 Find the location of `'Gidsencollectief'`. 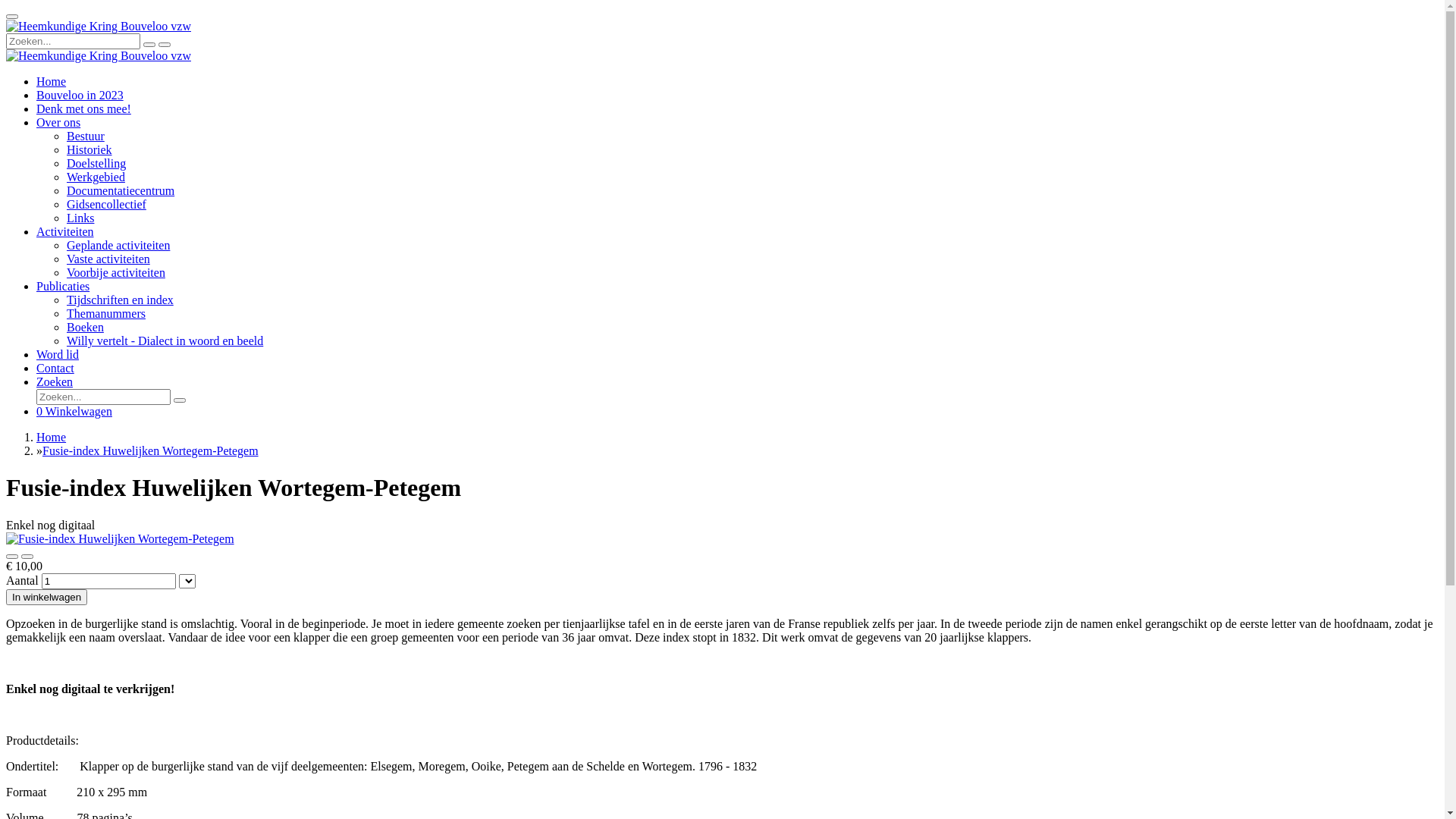

'Gidsencollectief' is located at coordinates (105, 203).